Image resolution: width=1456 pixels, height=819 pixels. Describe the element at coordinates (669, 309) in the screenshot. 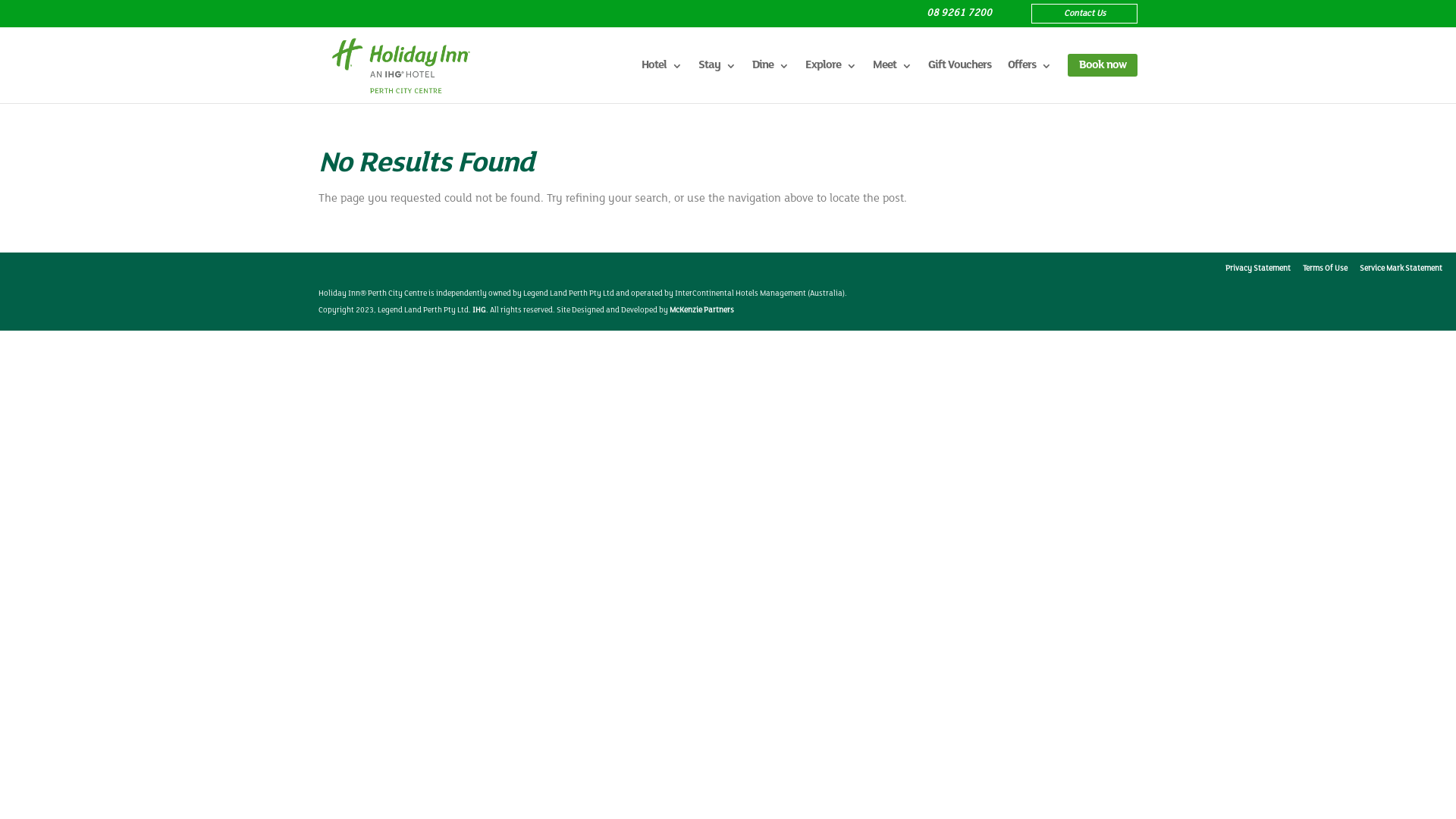

I see `'McKenzie Partners'` at that location.